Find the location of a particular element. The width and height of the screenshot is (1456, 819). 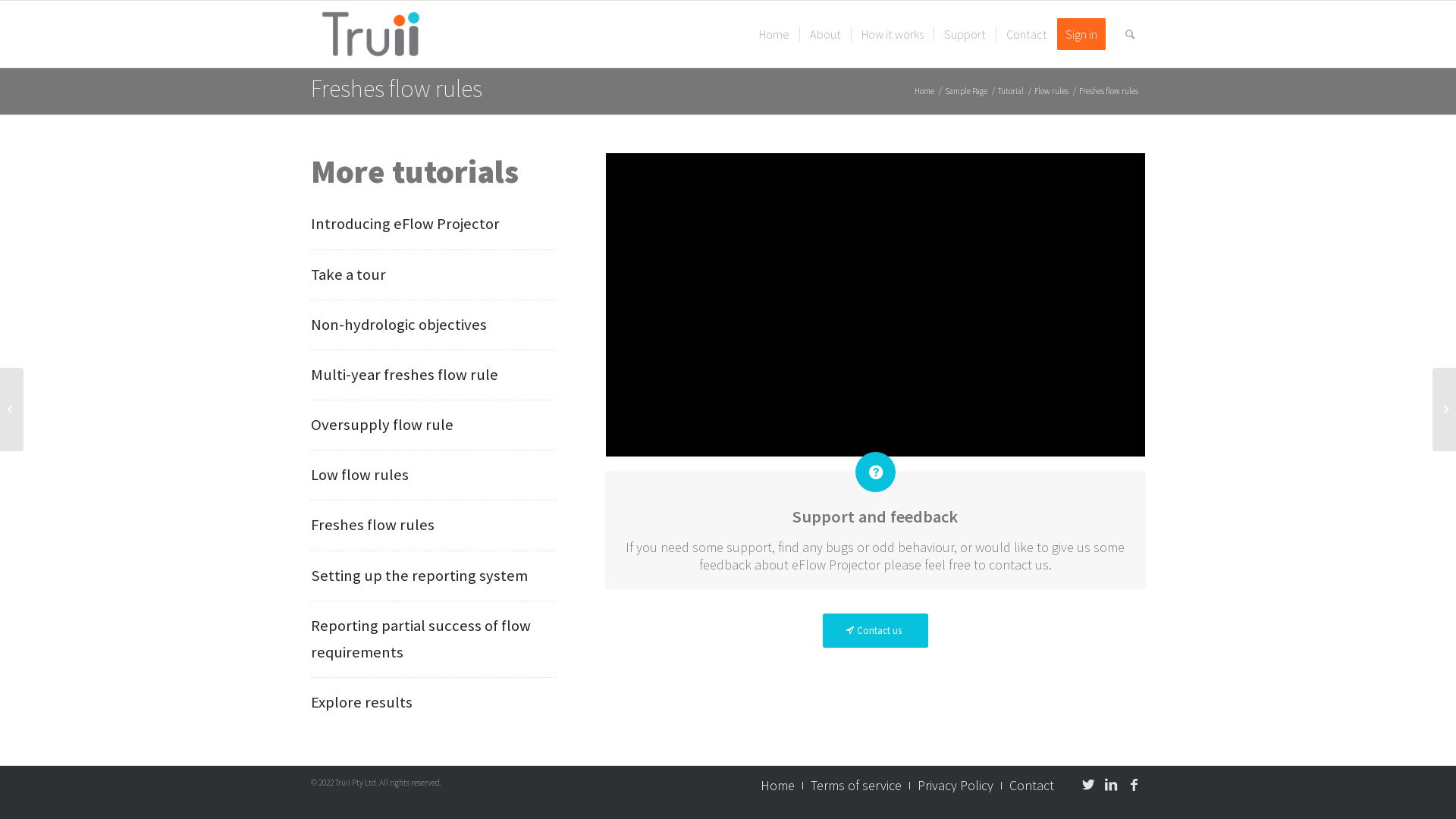

'LinkedIn' is located at coordinates (1110, 784).